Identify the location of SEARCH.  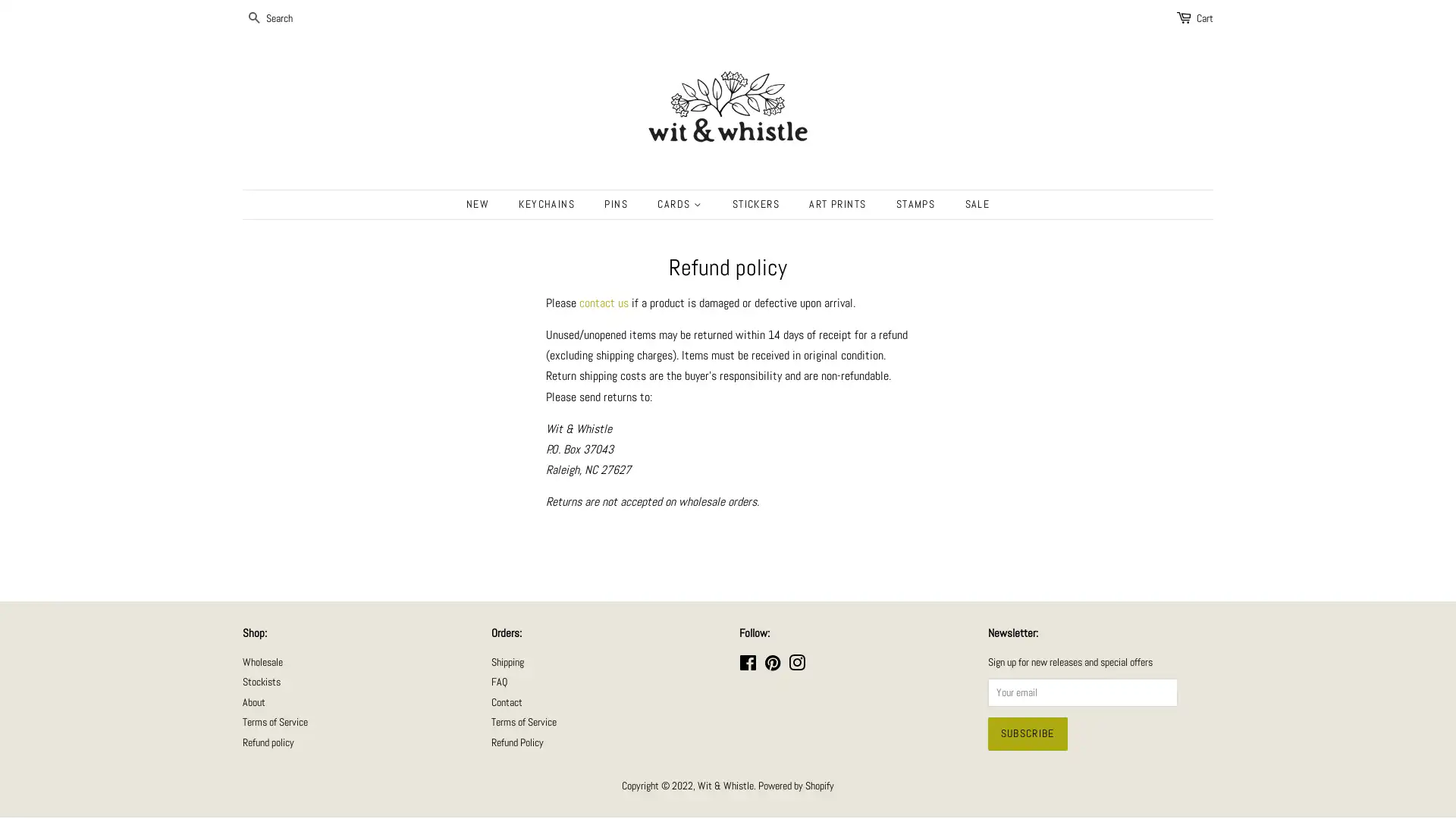
(255, 18).